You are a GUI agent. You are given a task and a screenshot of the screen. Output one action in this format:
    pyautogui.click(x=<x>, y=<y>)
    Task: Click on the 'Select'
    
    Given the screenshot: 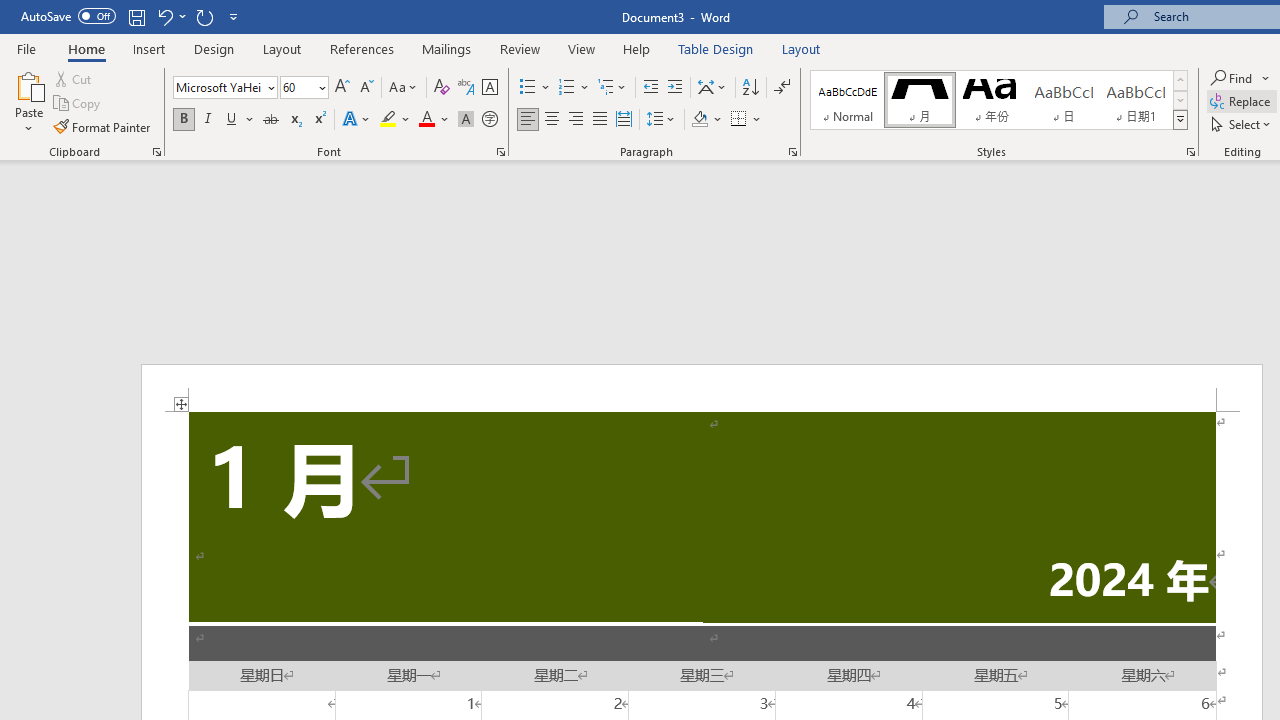 What is the action you would take?
    pyautogui.click(x=1241, y=124)
    